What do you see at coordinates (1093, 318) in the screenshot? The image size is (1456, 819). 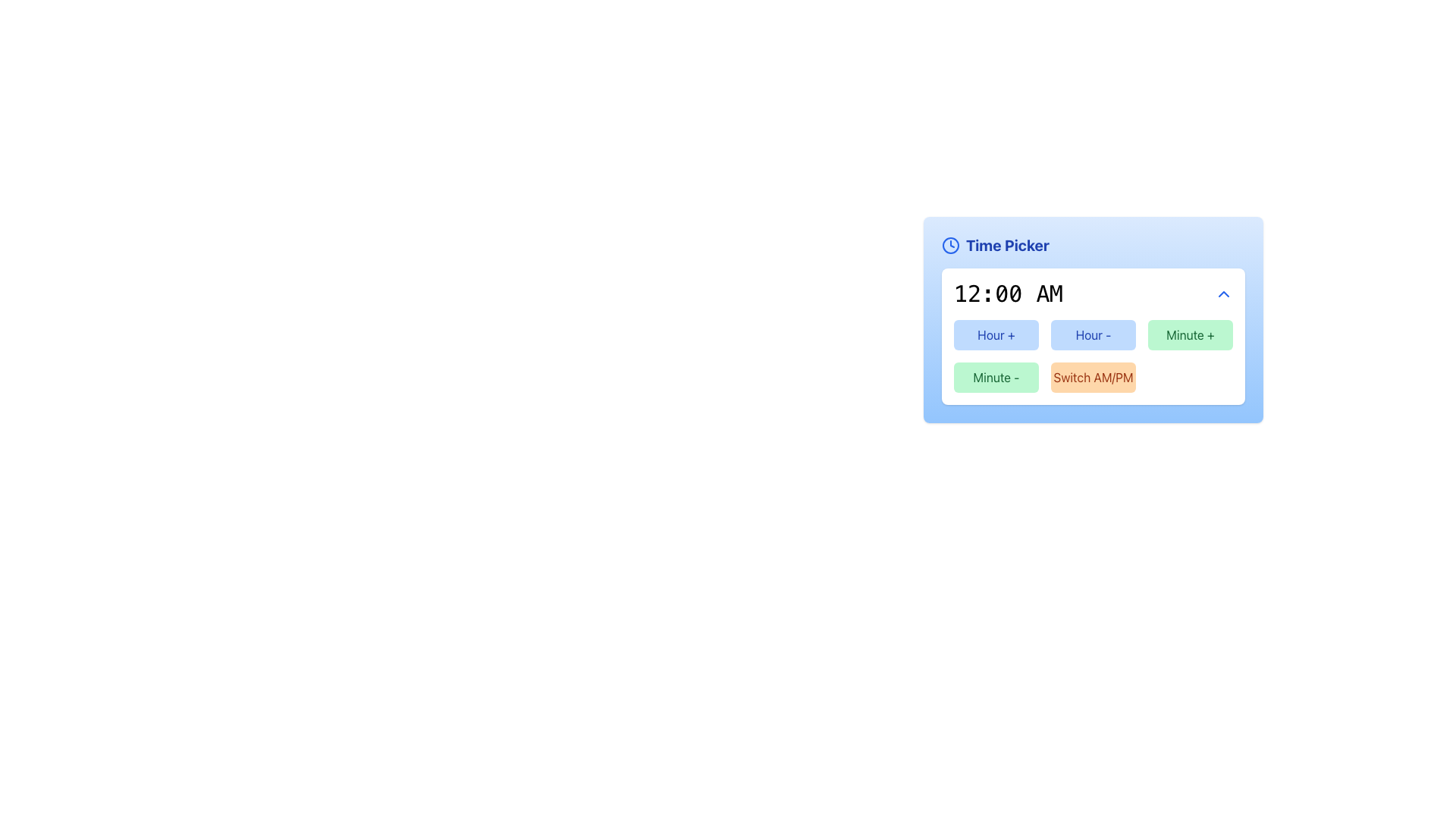 I see `the second button in the time-picker component to decrease the hour value` at bounding box center [1093, 318].